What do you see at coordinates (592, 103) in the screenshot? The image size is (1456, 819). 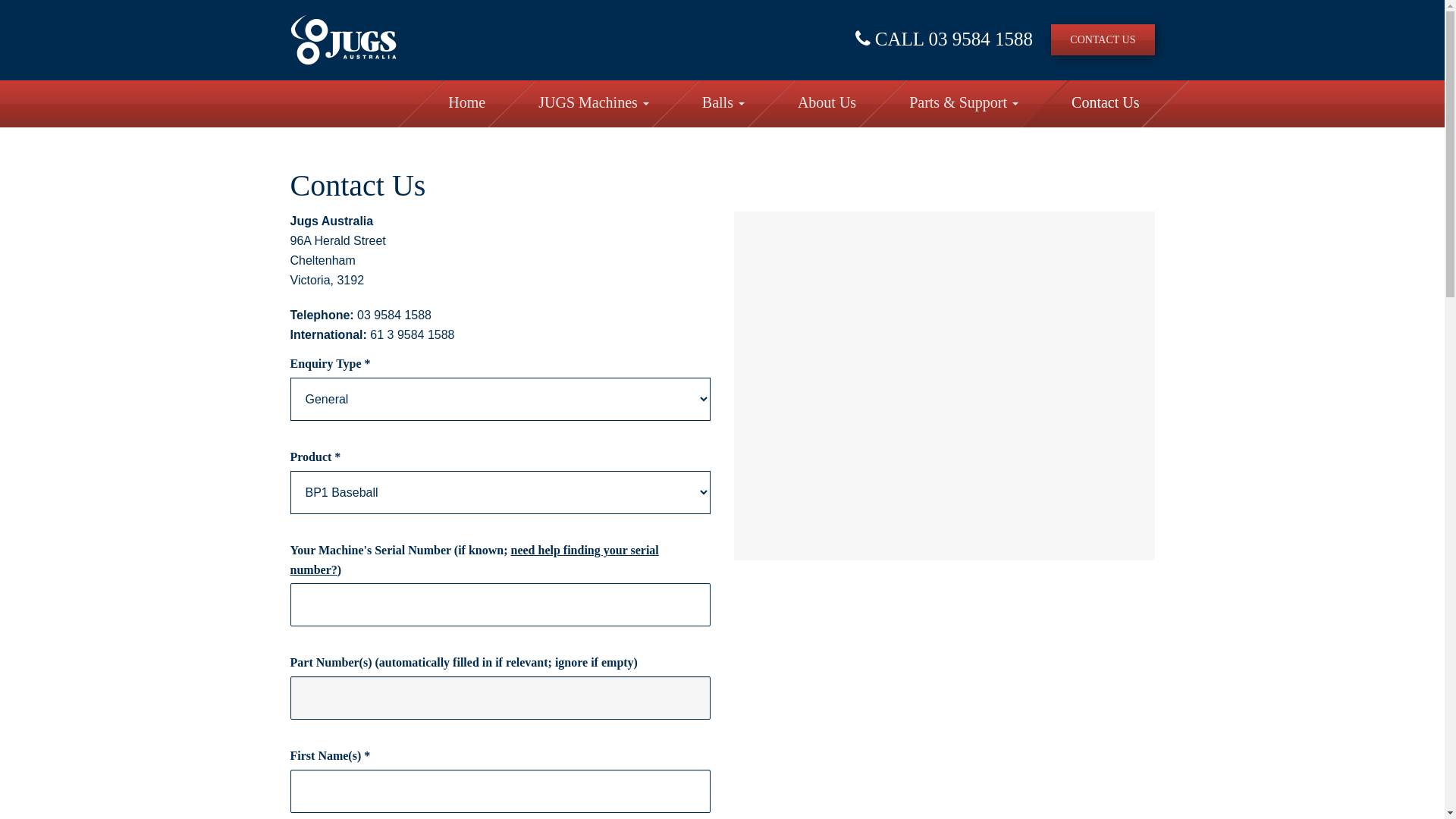 I see `'JUGS Machines'` at bounding box center [592, 103].